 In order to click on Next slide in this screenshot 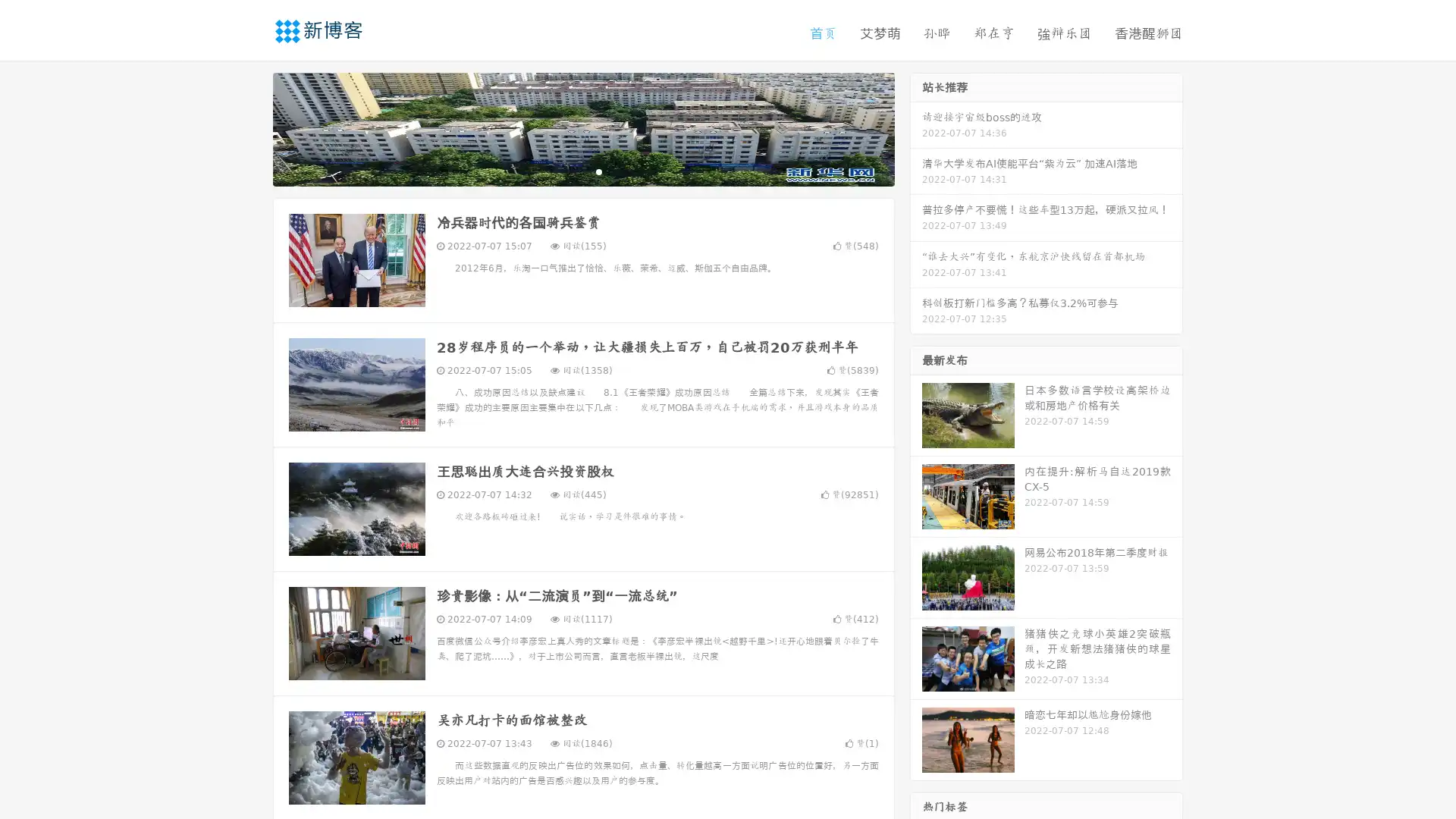, I will do `click(916, 127)`.